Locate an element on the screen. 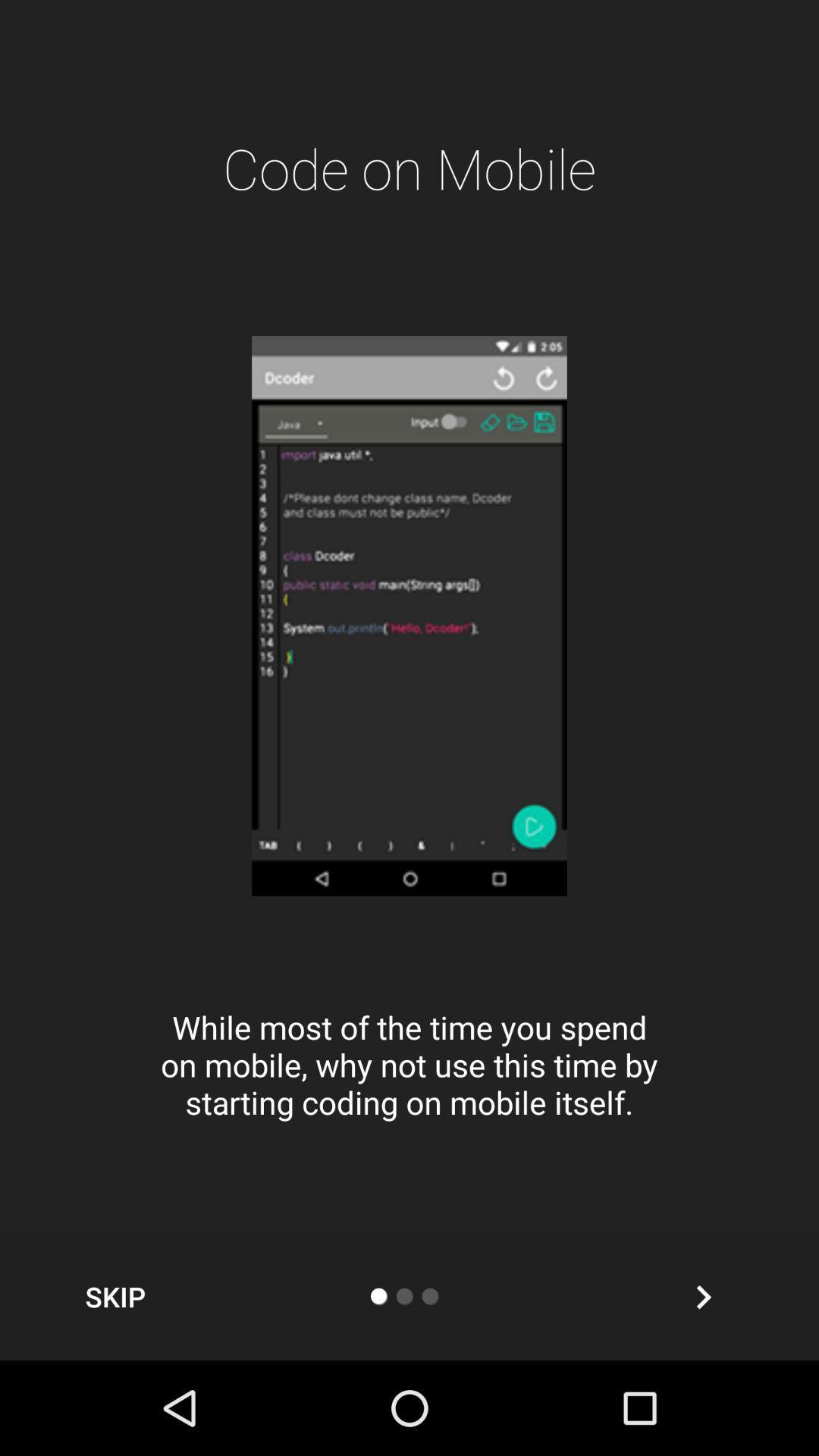  skip is located at coordinates (115, 1296).